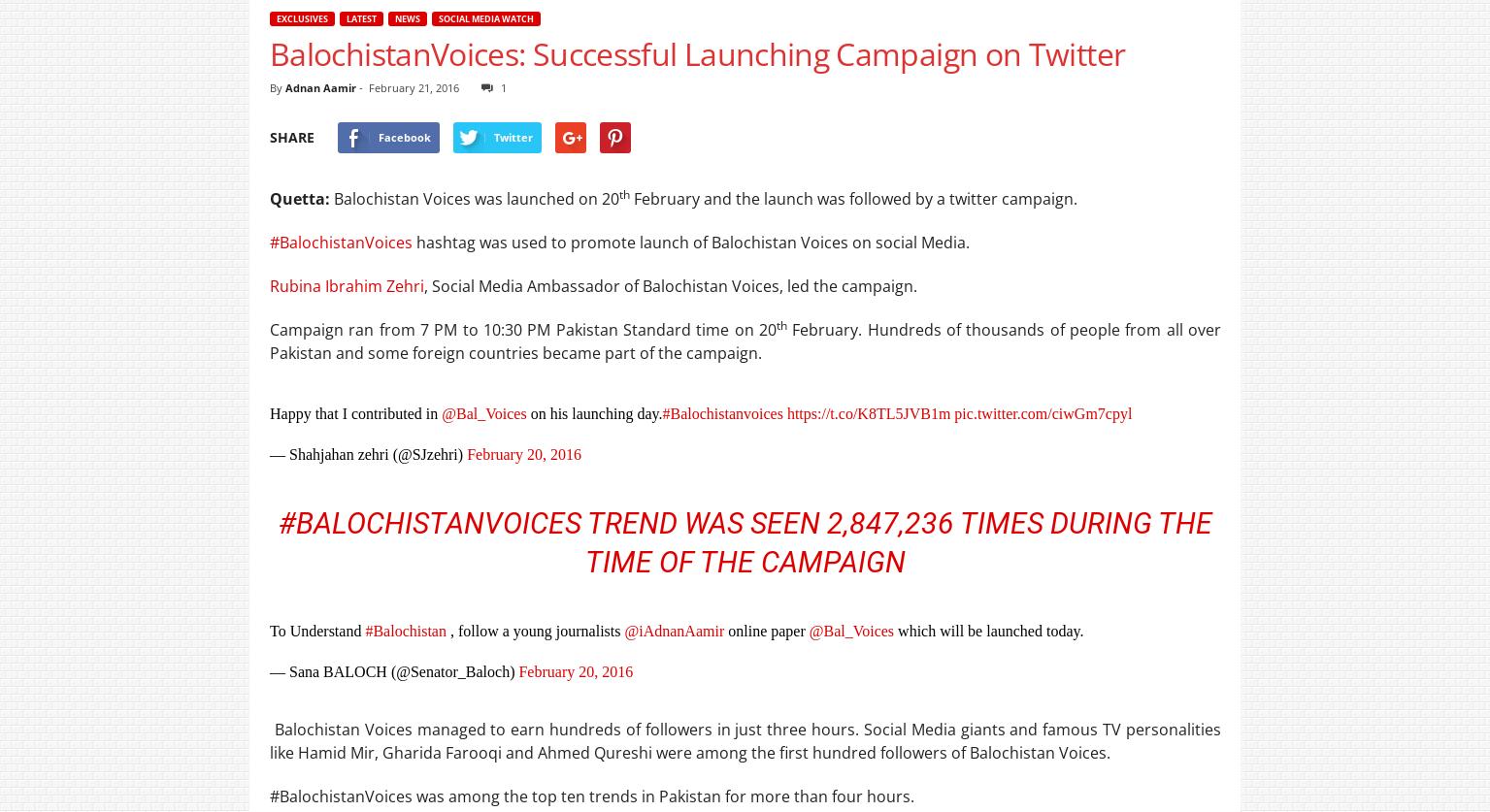  I want to click on '— Sana BALOCH (@Senator_Baloch)', so click(394, 671).